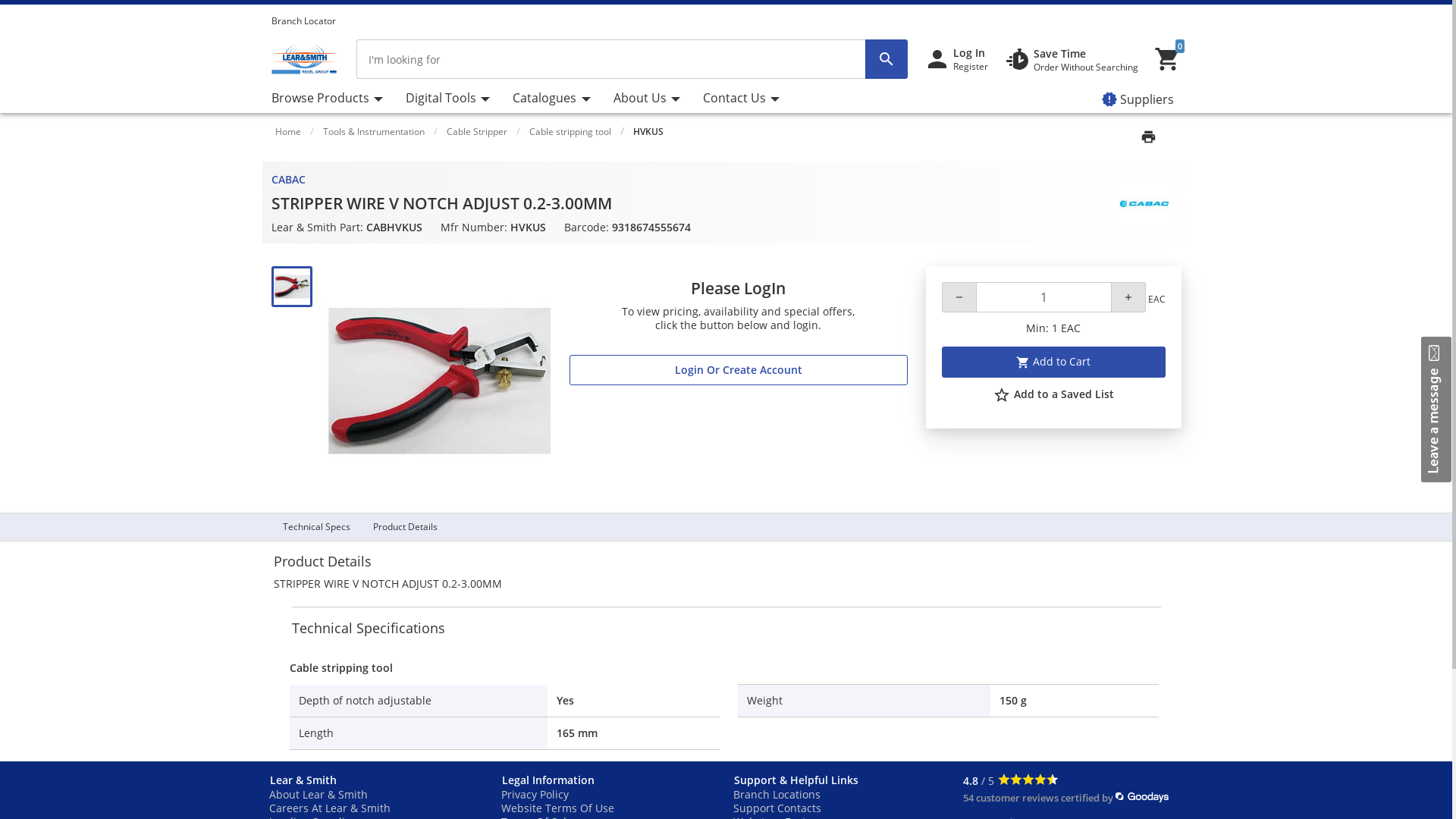 The width and height of the screenshot is (1456, 819). I want to click on 'Cable Stripper', so click(445, 130).